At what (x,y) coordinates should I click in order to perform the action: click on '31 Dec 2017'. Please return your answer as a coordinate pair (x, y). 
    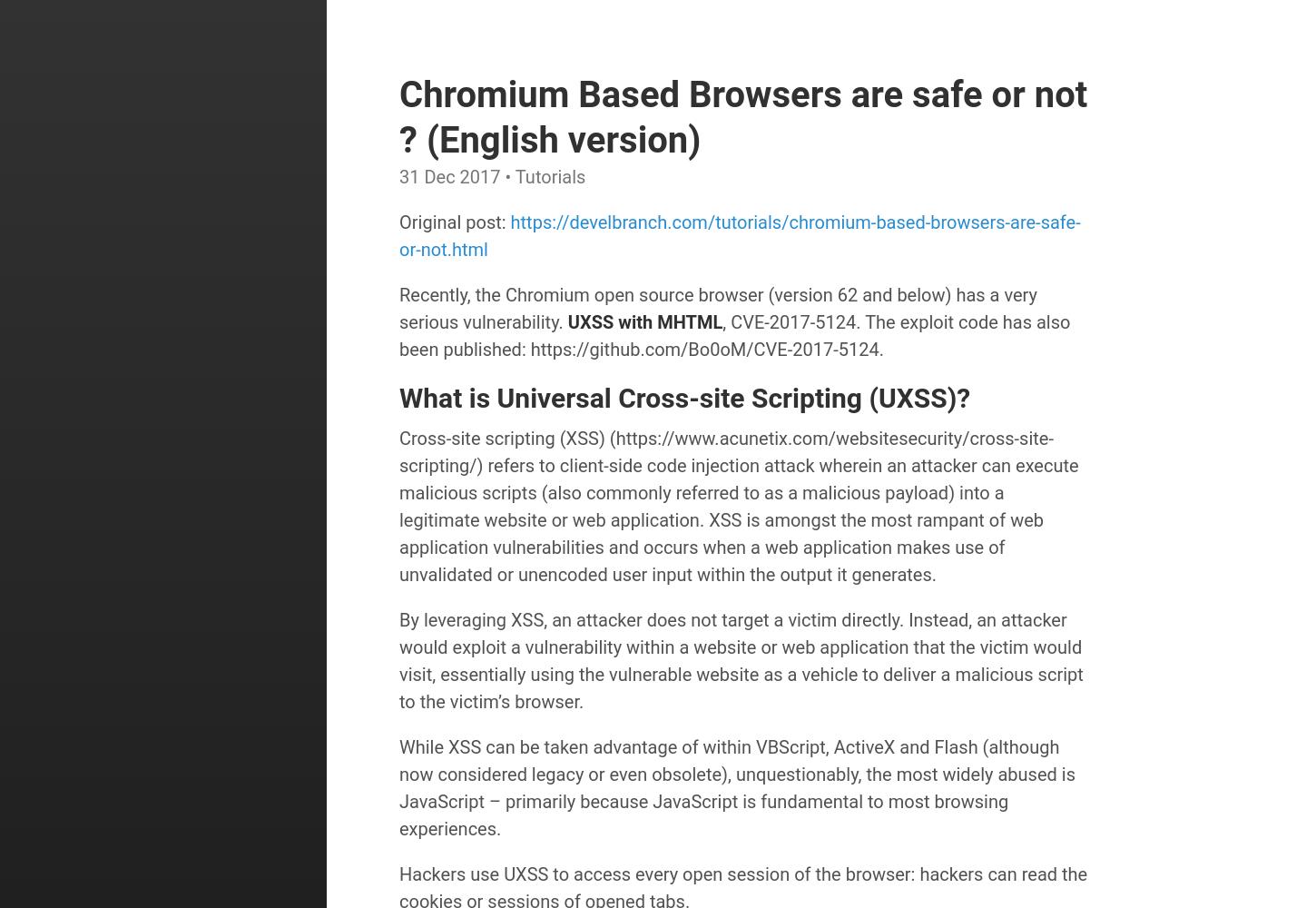
    Looking at the image, I should click on (398, 176).